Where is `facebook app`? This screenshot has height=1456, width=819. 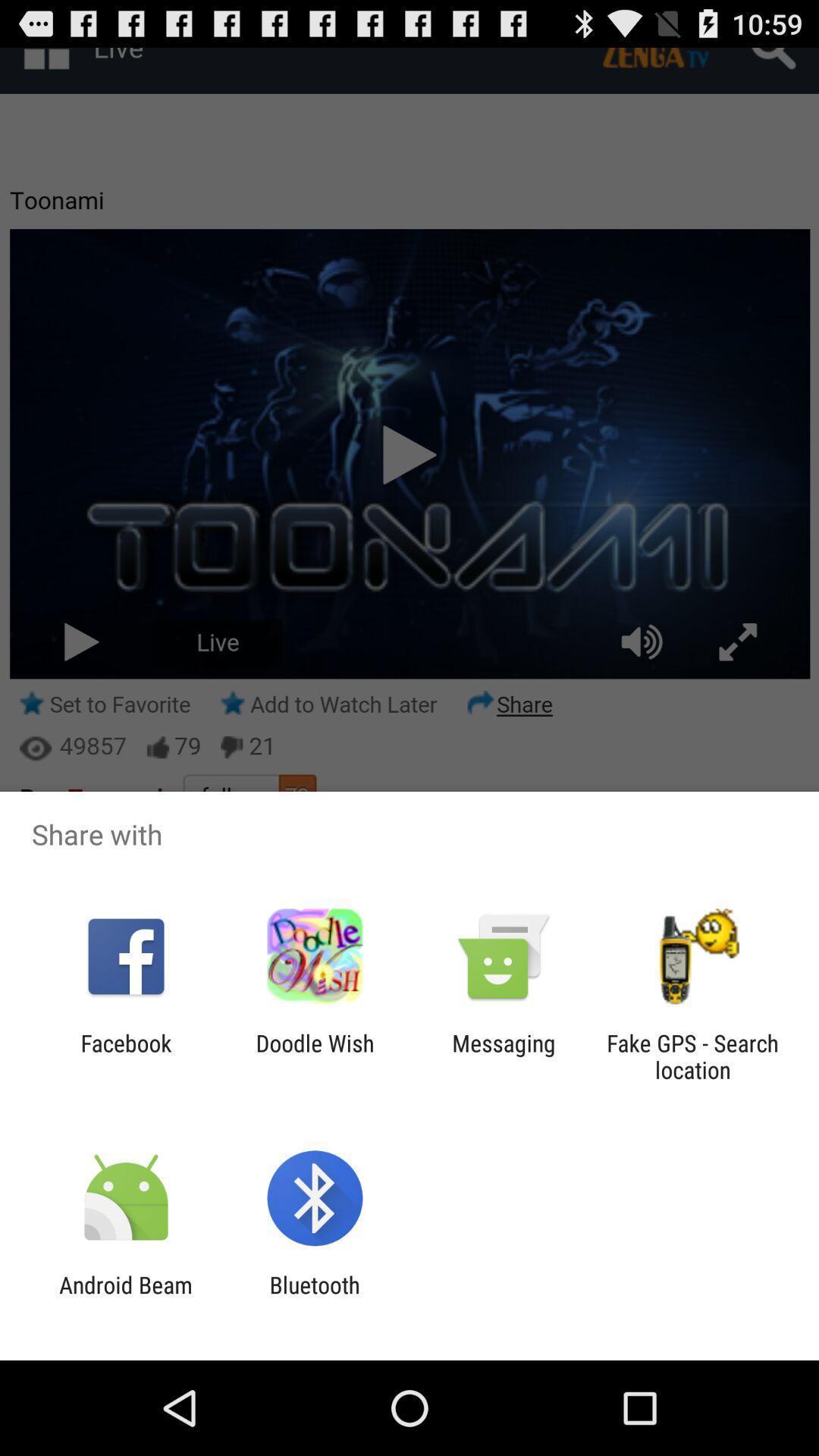
facebook app is located at coordinates (125, 1056).